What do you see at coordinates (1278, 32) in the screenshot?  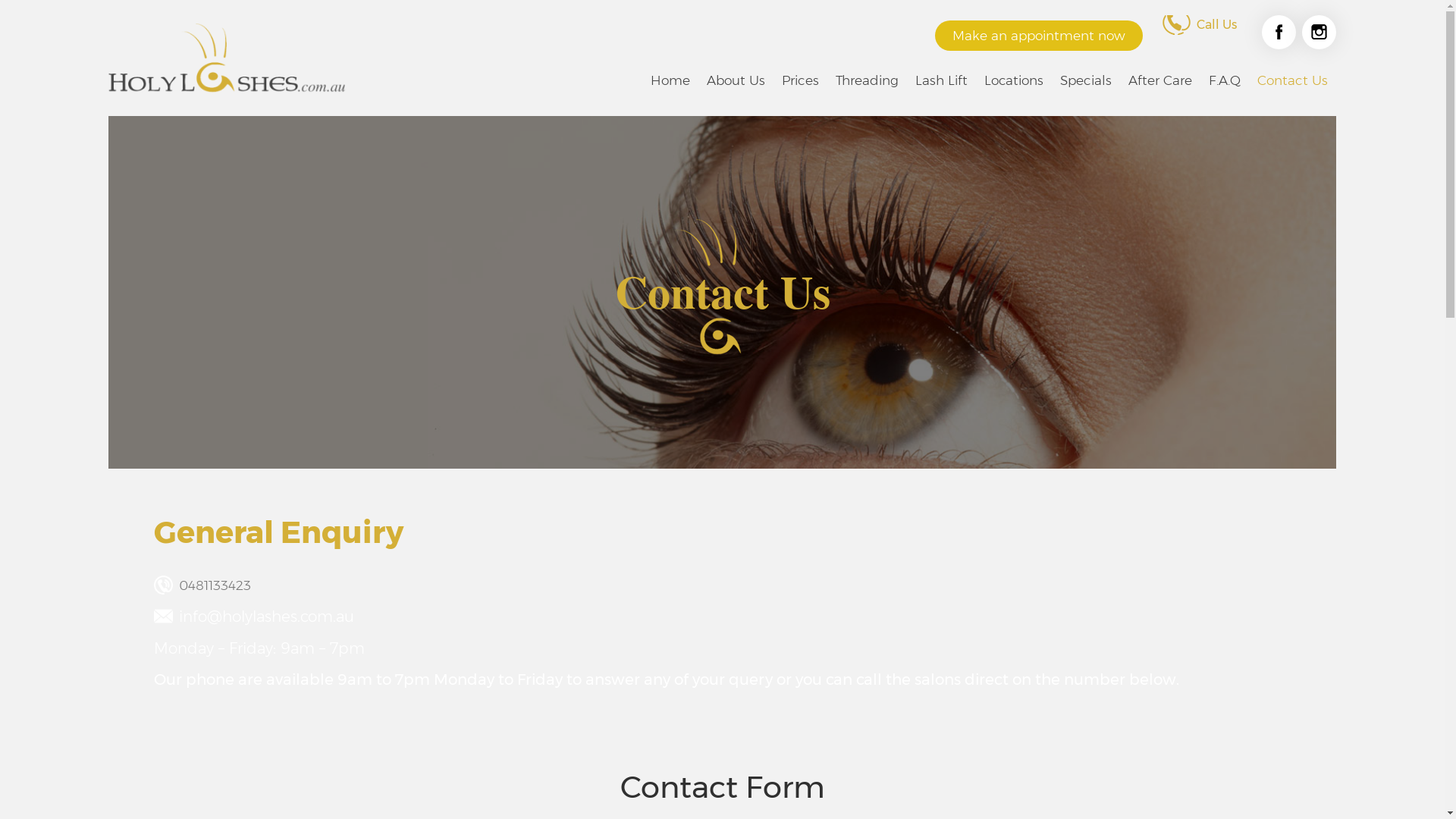 I see `'Facebook'` at bounding box center [1278, 32].